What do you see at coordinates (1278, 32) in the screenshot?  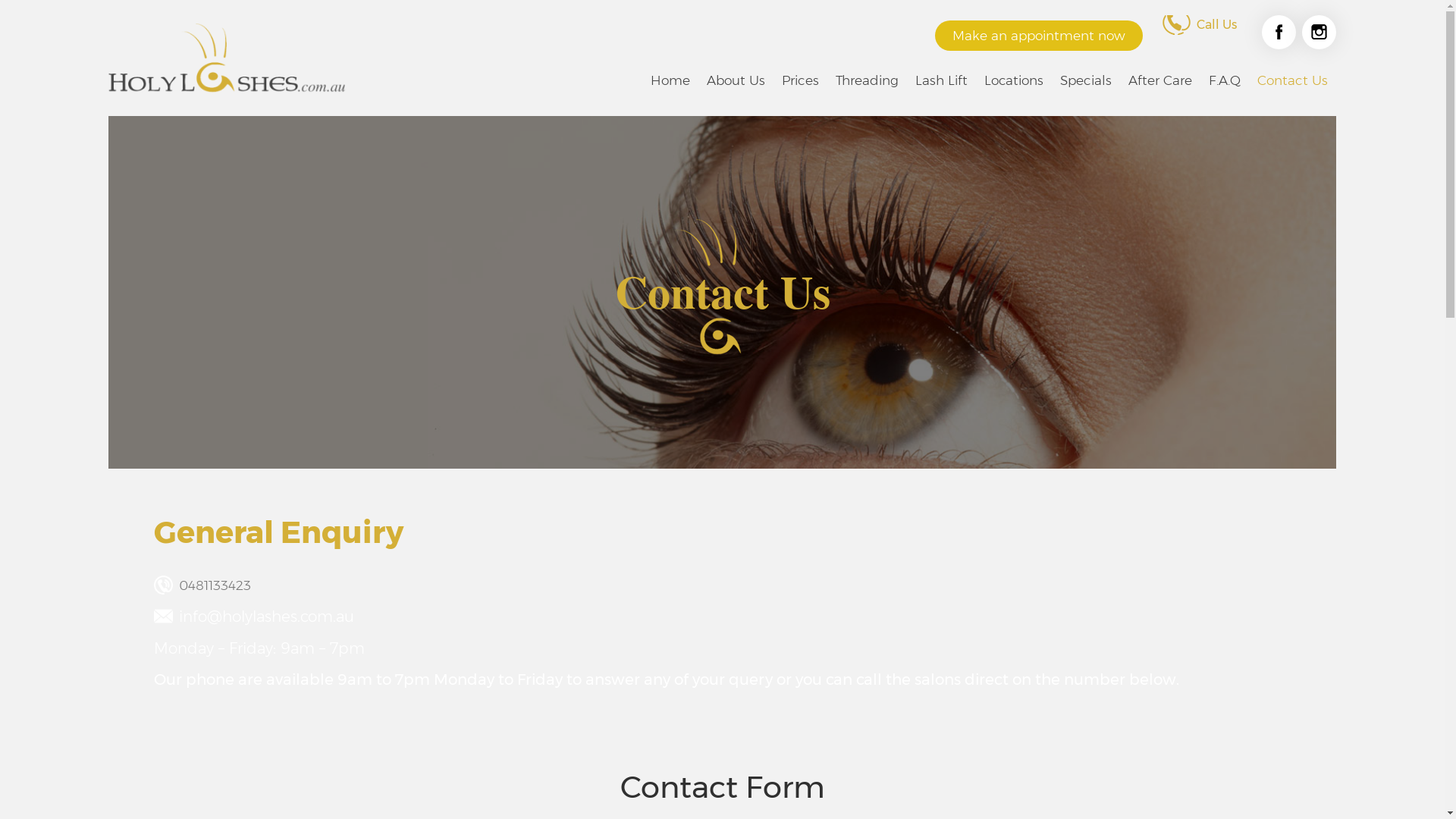 I see `'Facebook'` at bounding box center [1278, 32].